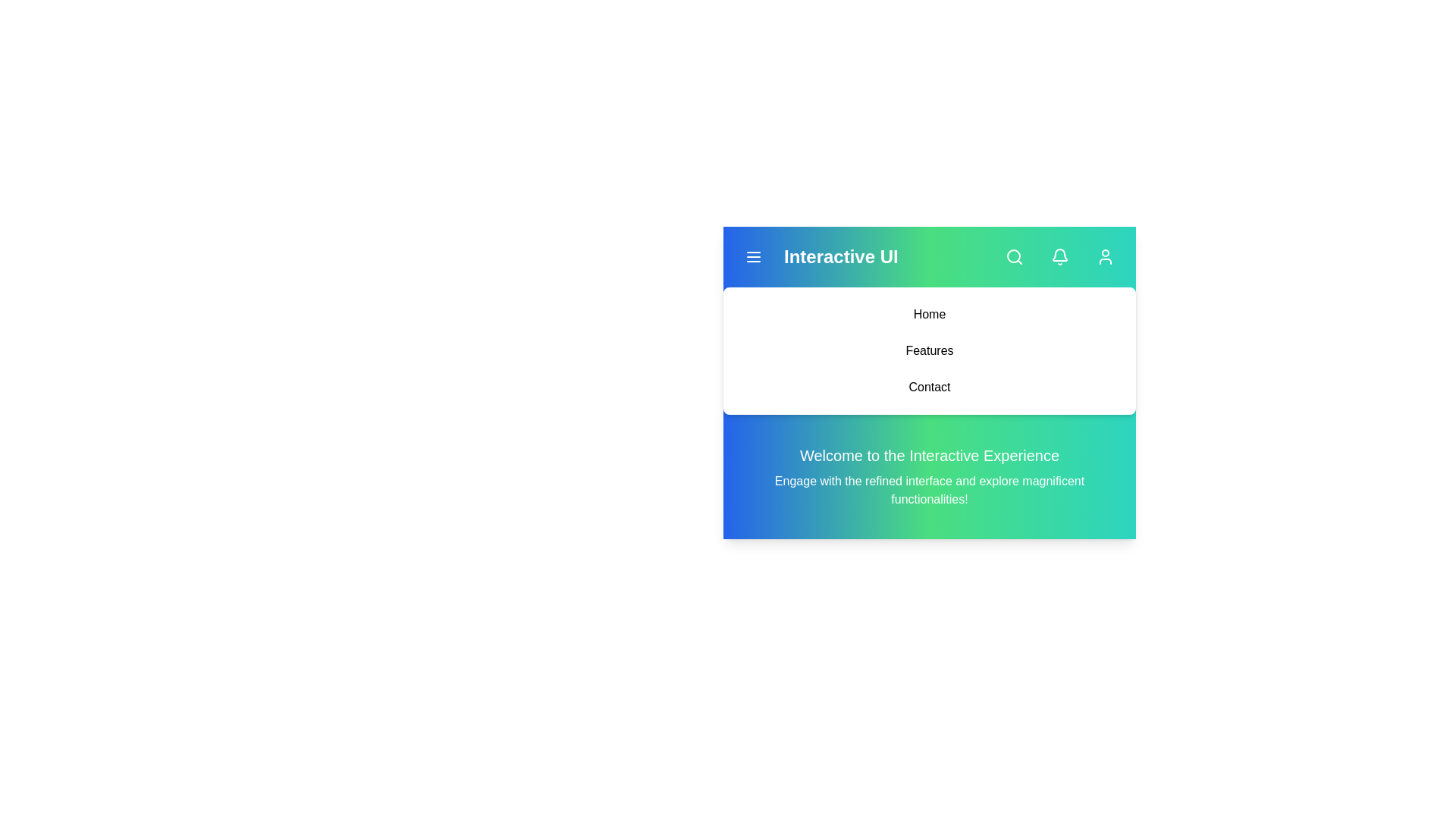  I want to click on the 'User' button to interact with it, so click(1106, 256).